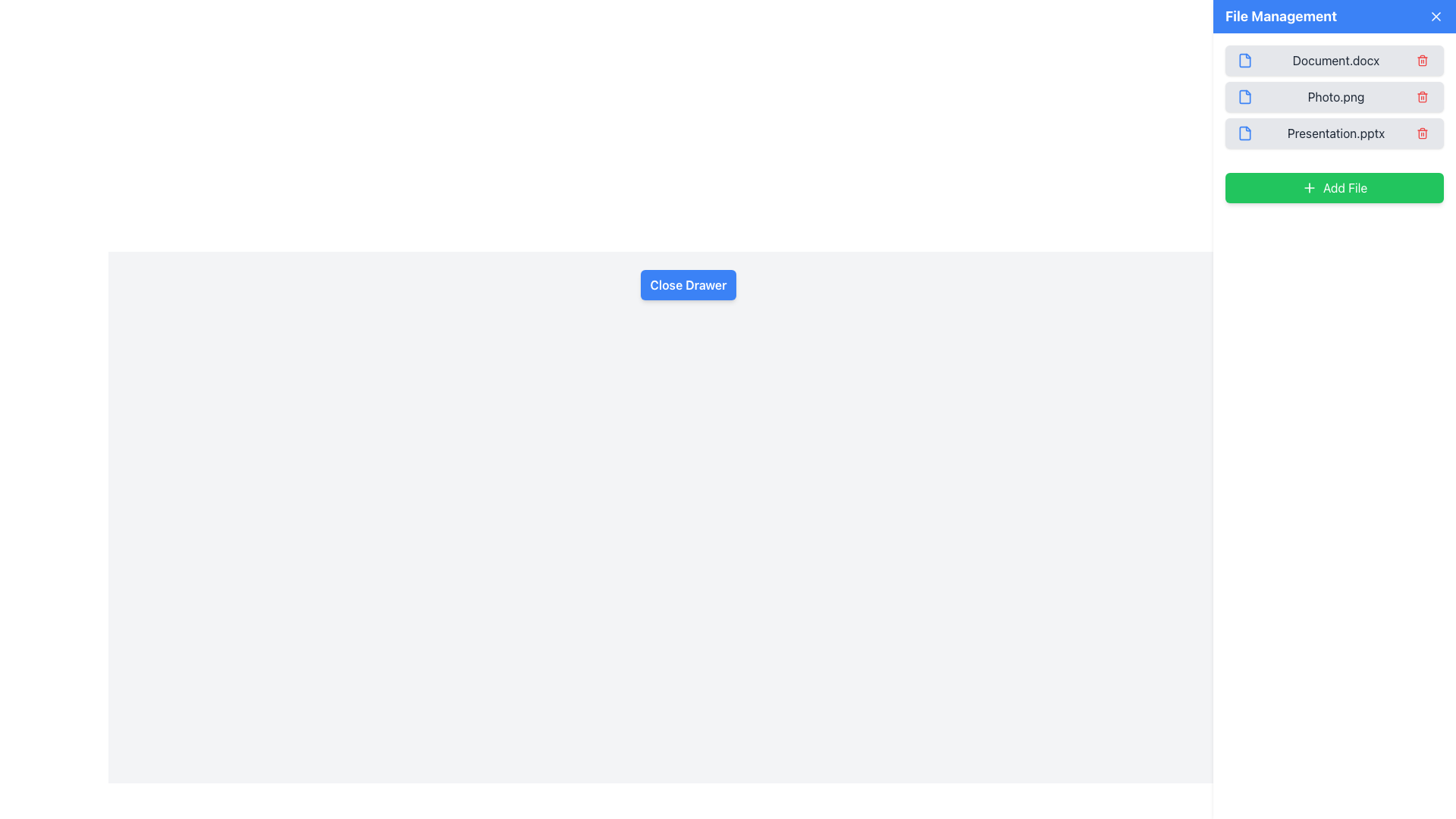  I want to click on the file type icon representing 'Document.docx' located at the start of the first row in the 'File Management' panel, so click(1244, 60).